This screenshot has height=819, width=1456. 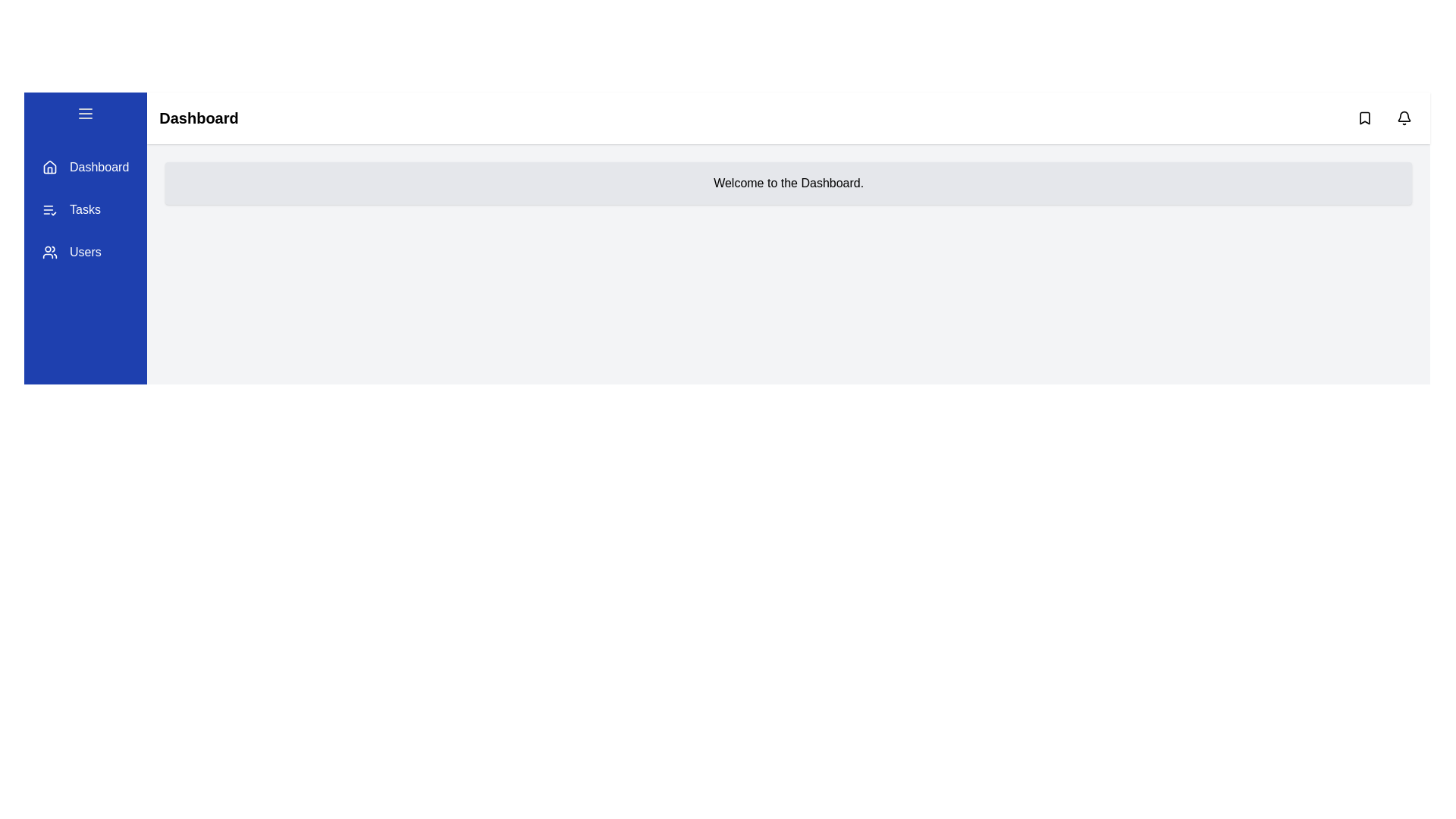 I want to click on the 'Dashboard' button located at the top of the vertical navigation menu on the left side, which has a blue background, a house icon, and white text, so click(x=85, y=167).